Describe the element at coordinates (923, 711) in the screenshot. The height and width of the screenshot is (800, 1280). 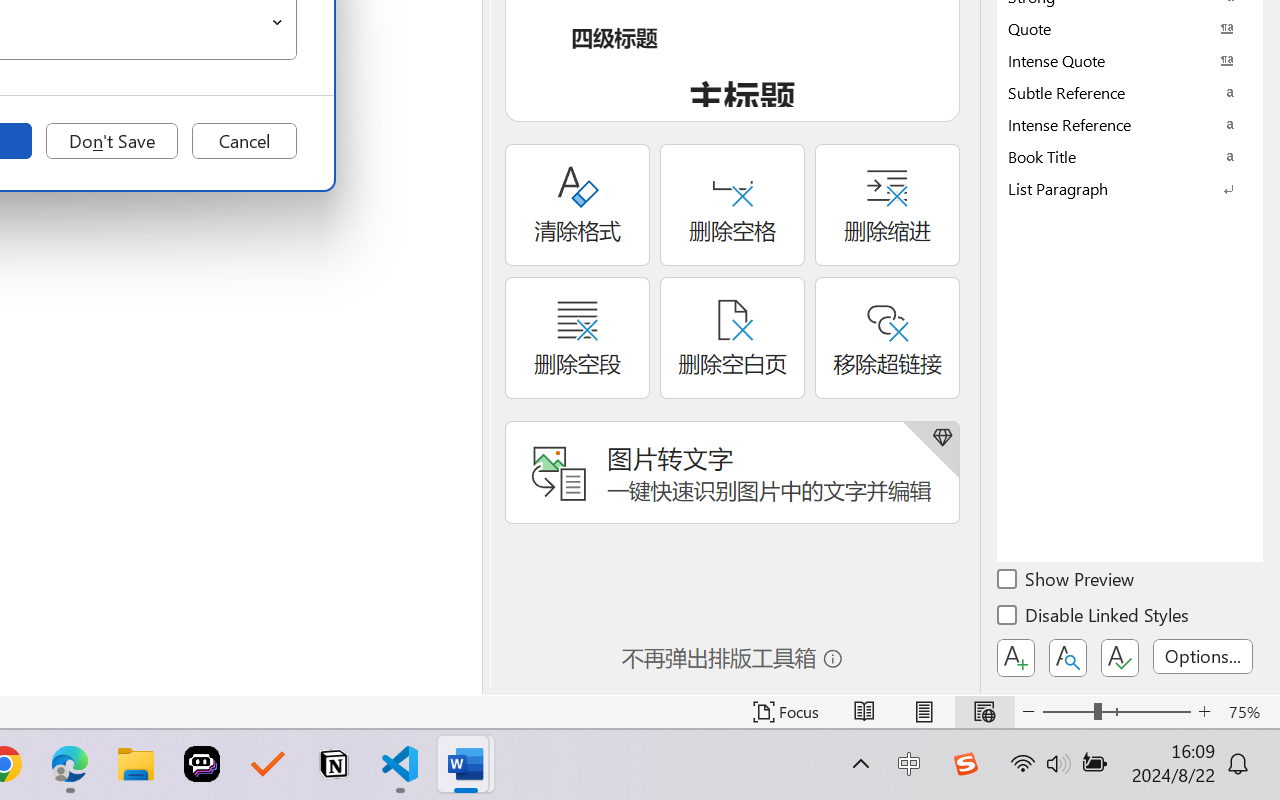
I see `'Print Layout'` at that location.